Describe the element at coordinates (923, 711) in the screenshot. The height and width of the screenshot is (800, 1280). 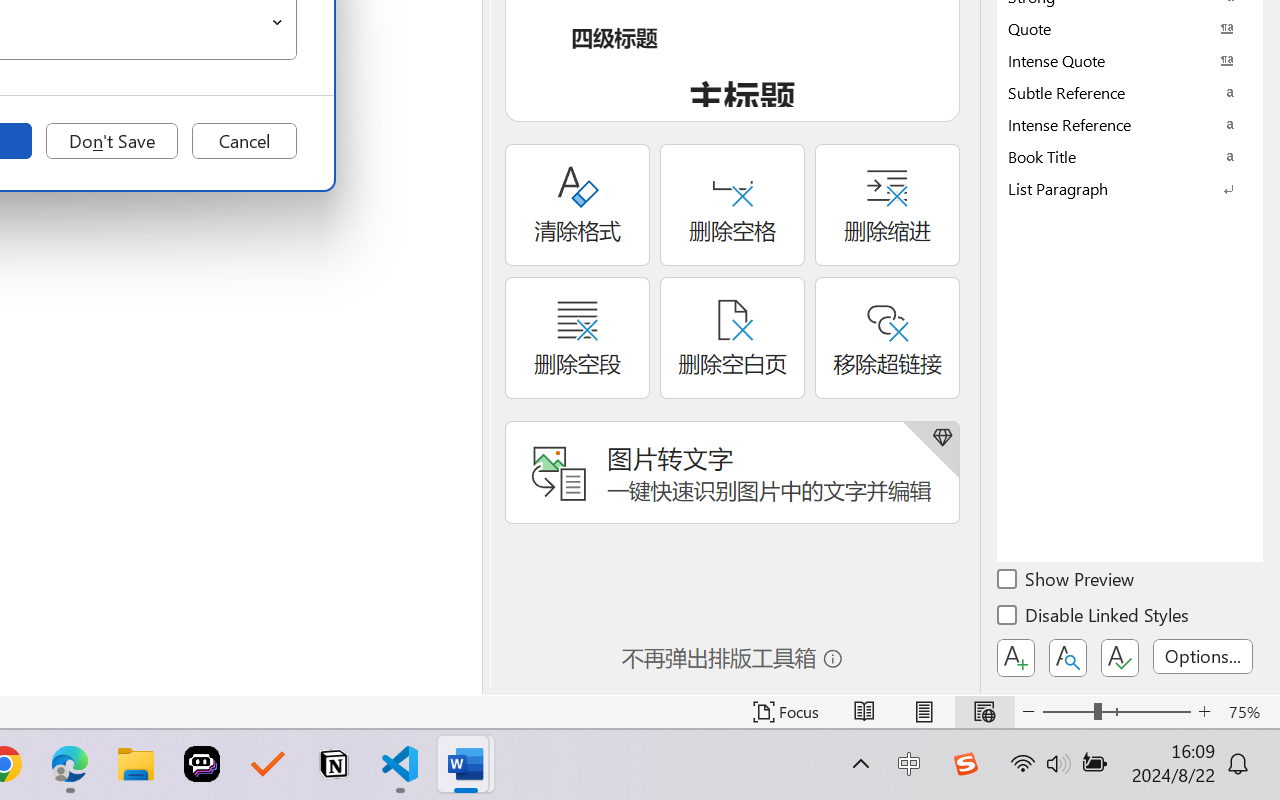
I see `'Print Layout'` at that location.